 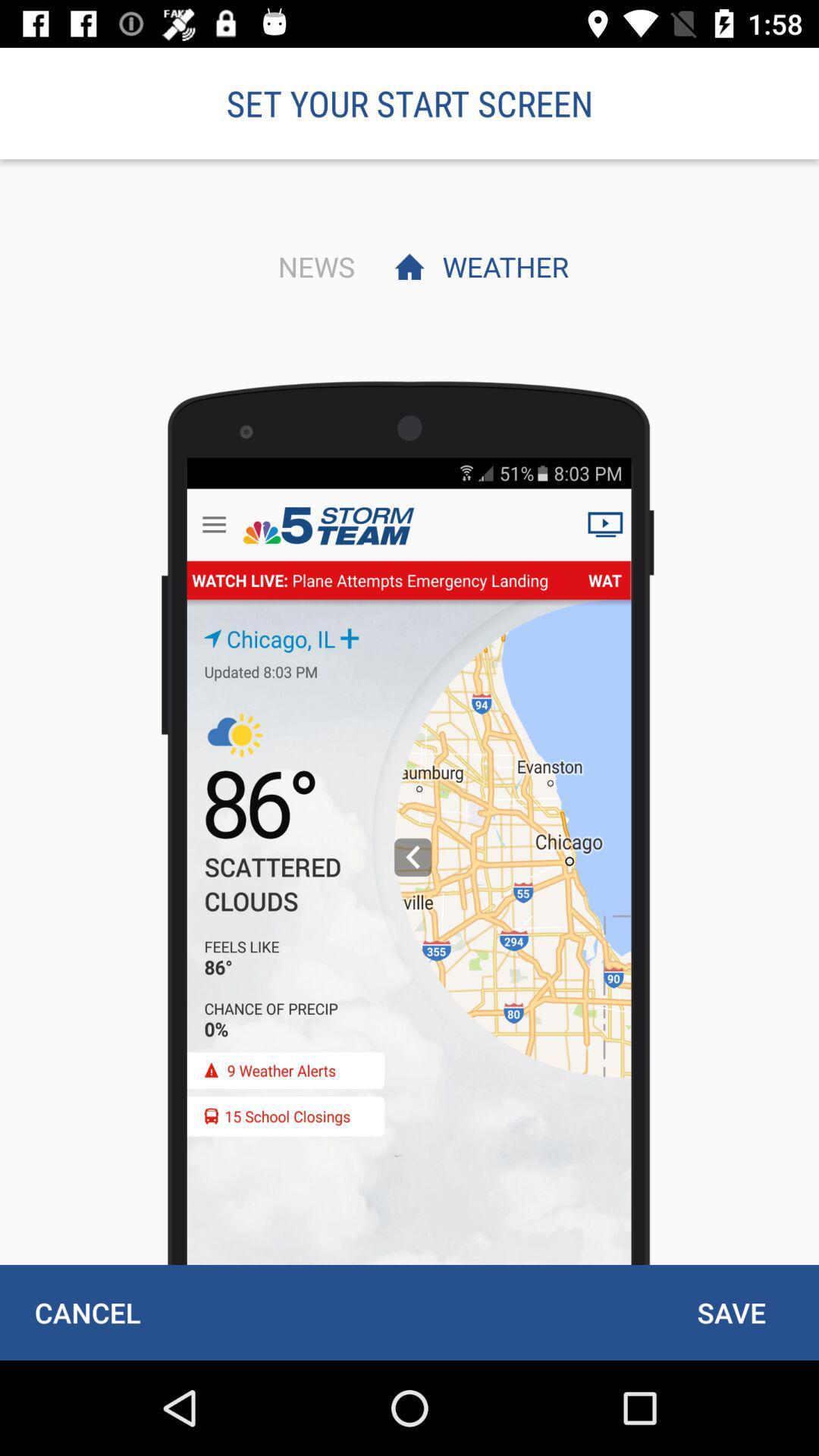 What do you see at coordinates (409, 102) in the screenshot?
I see `icon above news item` at bounding box center [409, 102].